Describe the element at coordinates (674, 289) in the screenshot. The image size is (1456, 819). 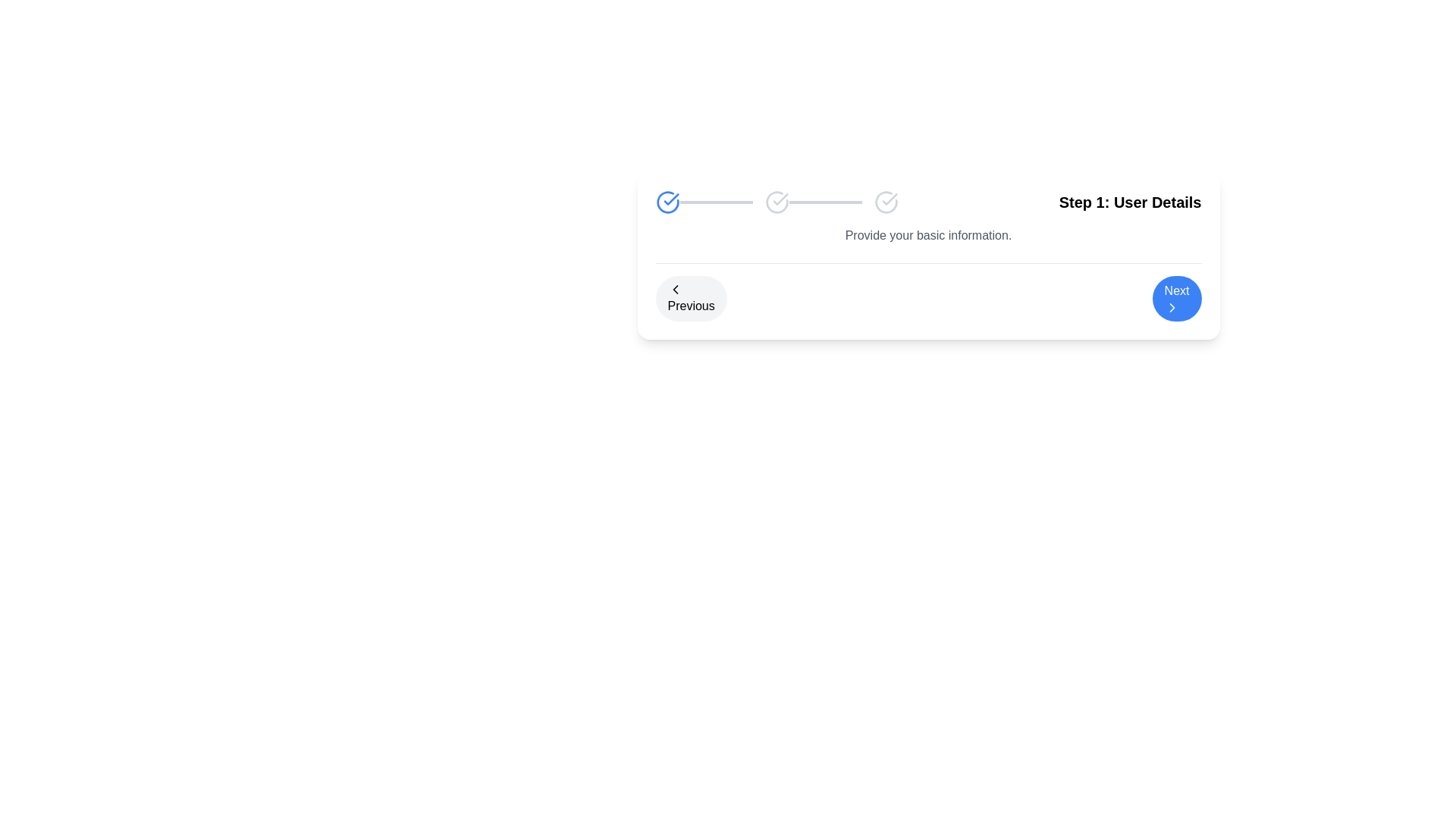
I see `the left-facing chevron icon within the 'Previous' button located at the lower left side of the content section` at that location.